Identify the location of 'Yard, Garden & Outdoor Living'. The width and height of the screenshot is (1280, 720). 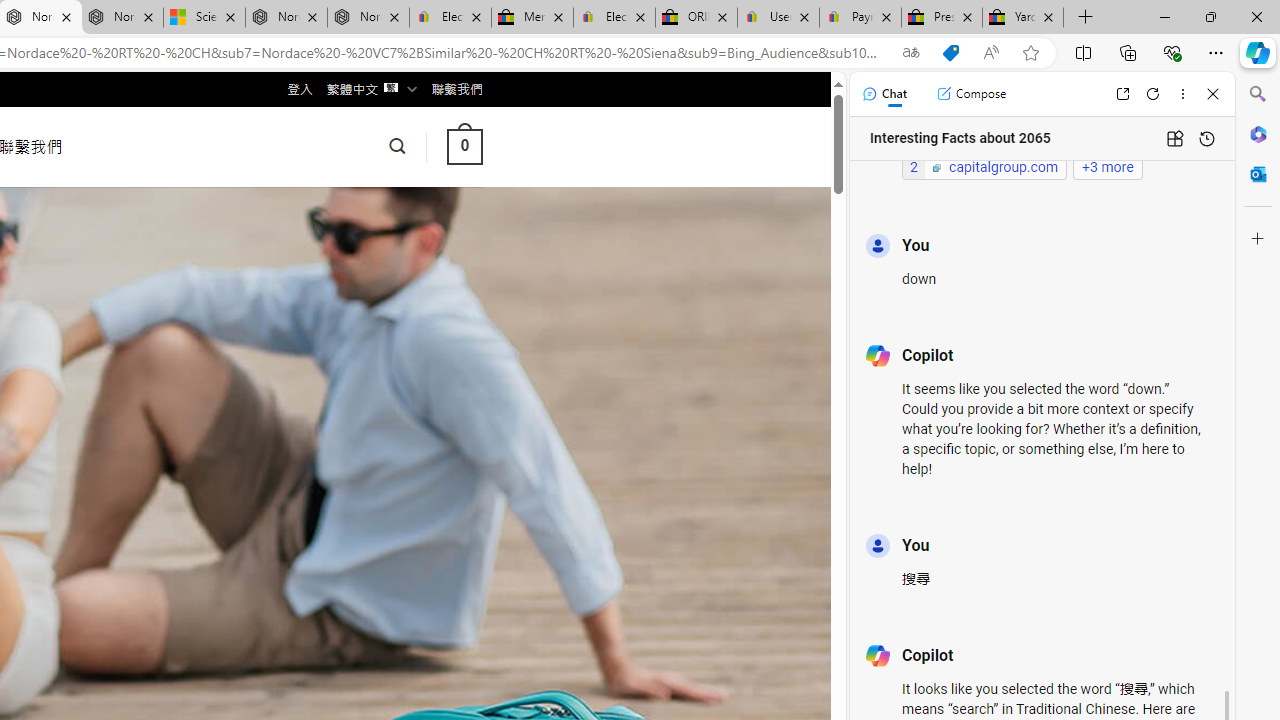
(1023, 17).